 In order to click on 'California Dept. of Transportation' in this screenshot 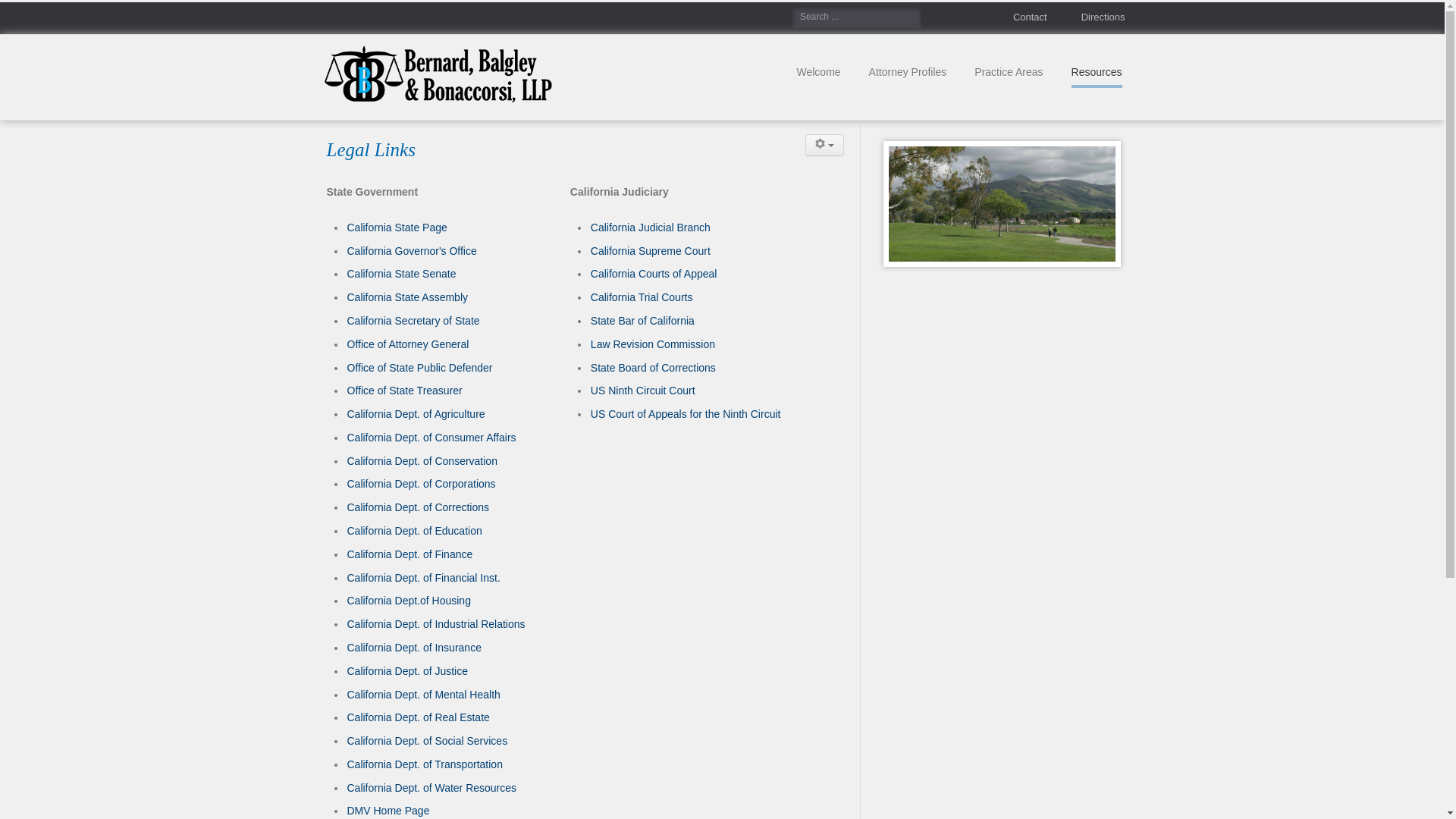, I will do `click(425, 764)`.